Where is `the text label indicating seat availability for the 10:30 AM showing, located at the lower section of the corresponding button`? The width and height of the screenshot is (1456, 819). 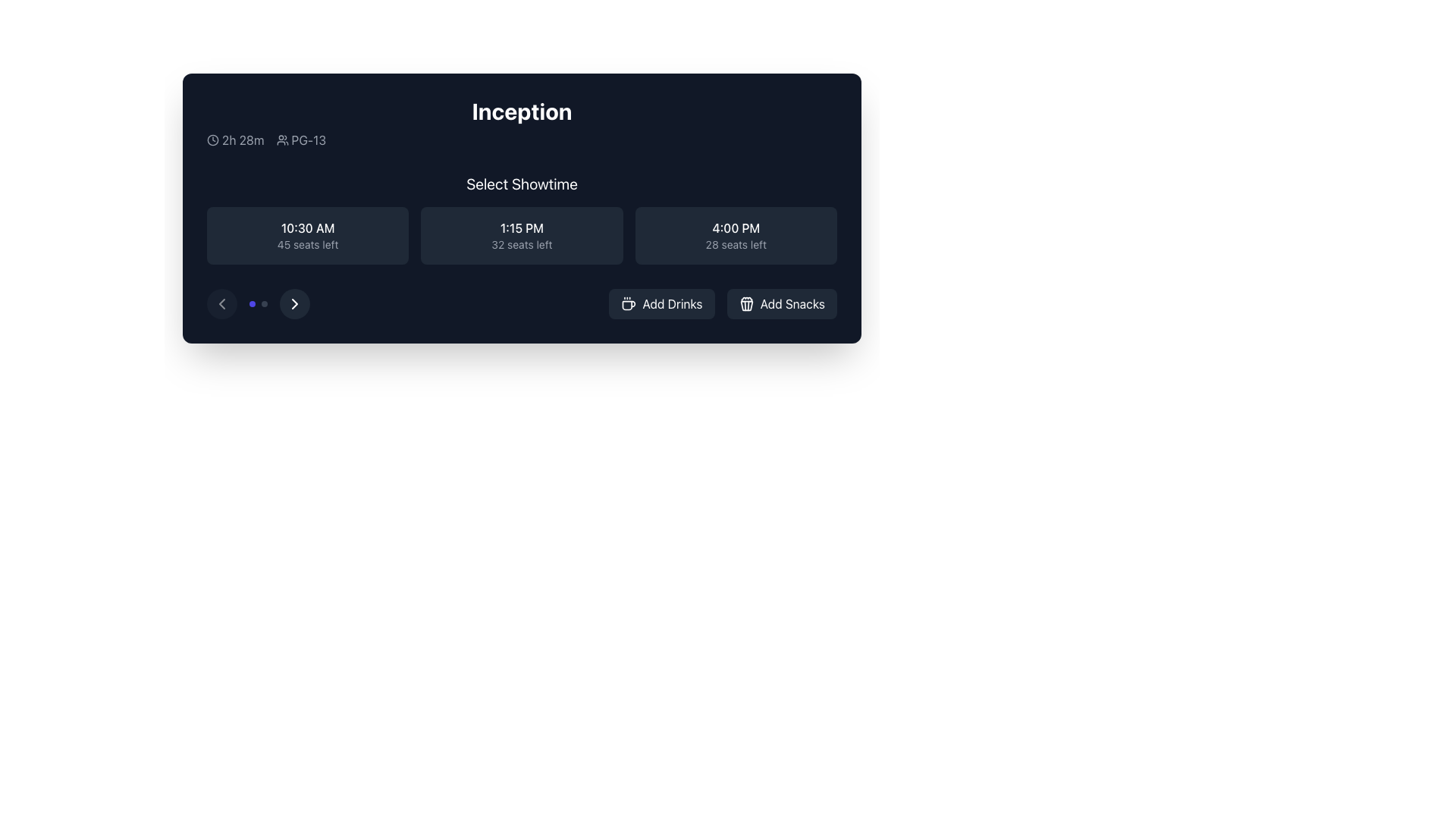
the text label indicating seat availability for the 10:30 AM showing, located at the lower section of the corresponding button is located at coordinates (307, 244).